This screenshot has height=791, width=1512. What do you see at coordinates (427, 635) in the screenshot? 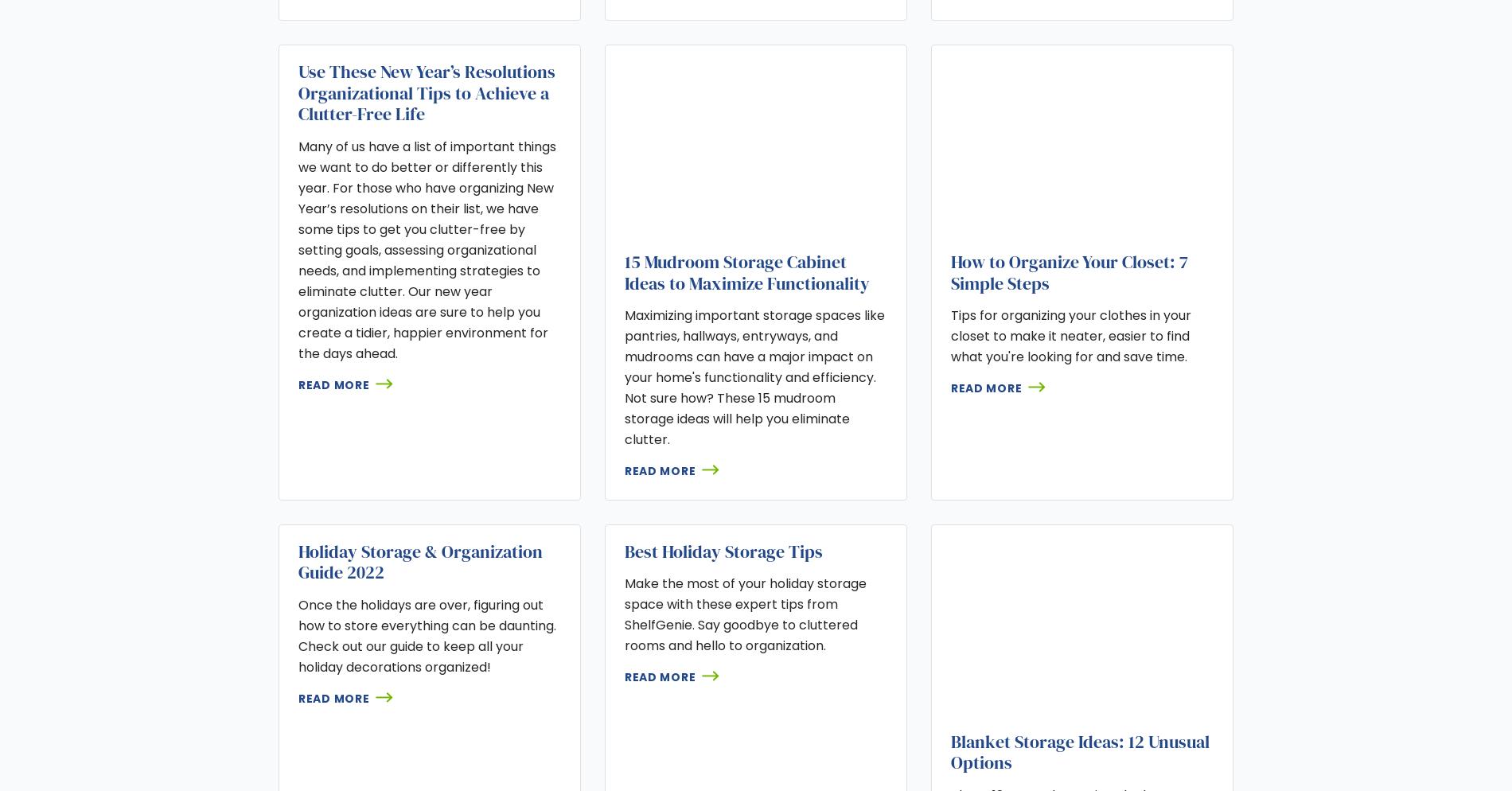
I see `'Once the holidays are over, figuring out how to store everything can be daunting. Check out our guide to keep all your holiday decorations organized!'` at bounding box center [427, 635].